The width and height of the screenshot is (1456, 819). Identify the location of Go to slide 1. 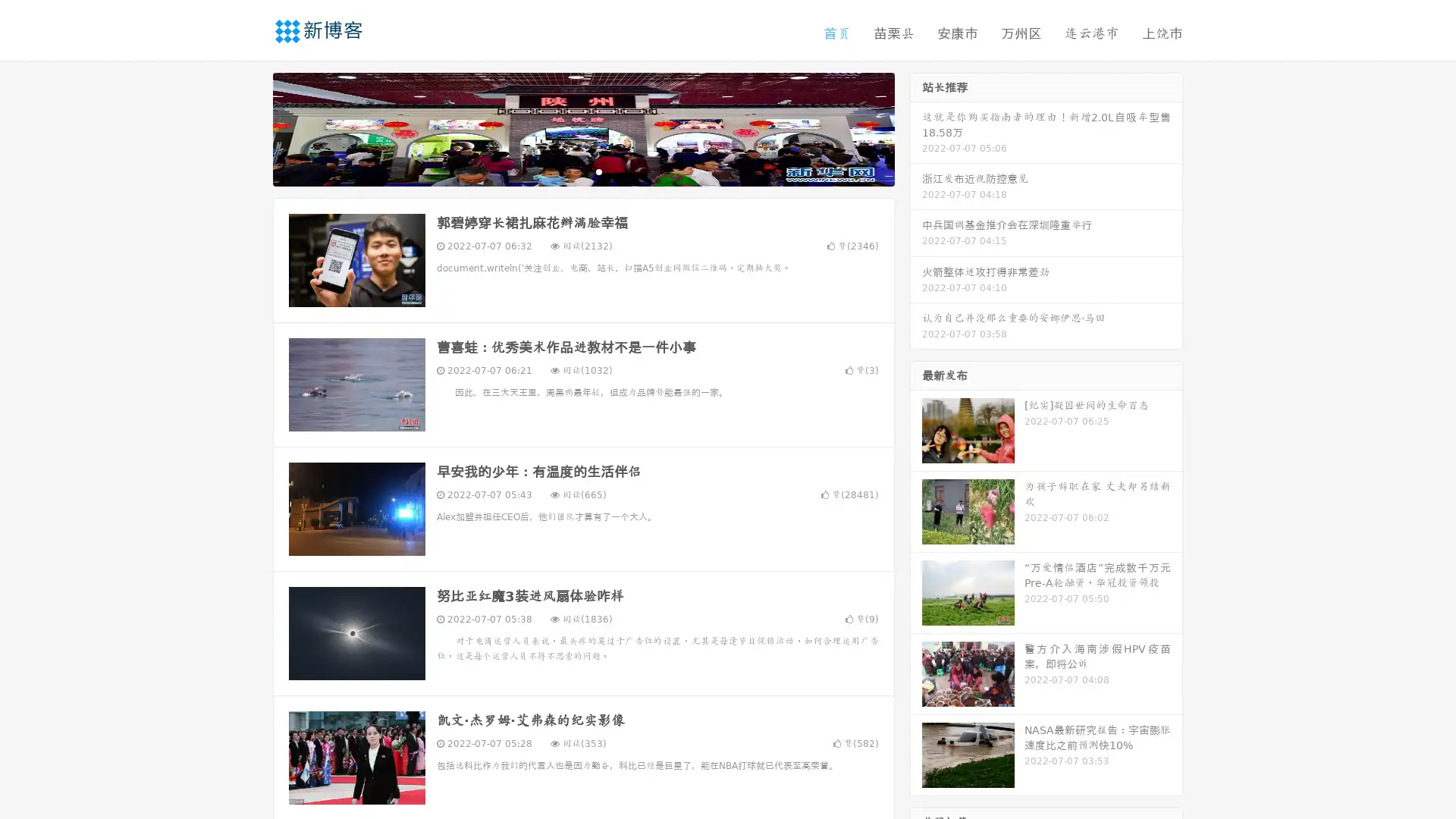
(567, 171).